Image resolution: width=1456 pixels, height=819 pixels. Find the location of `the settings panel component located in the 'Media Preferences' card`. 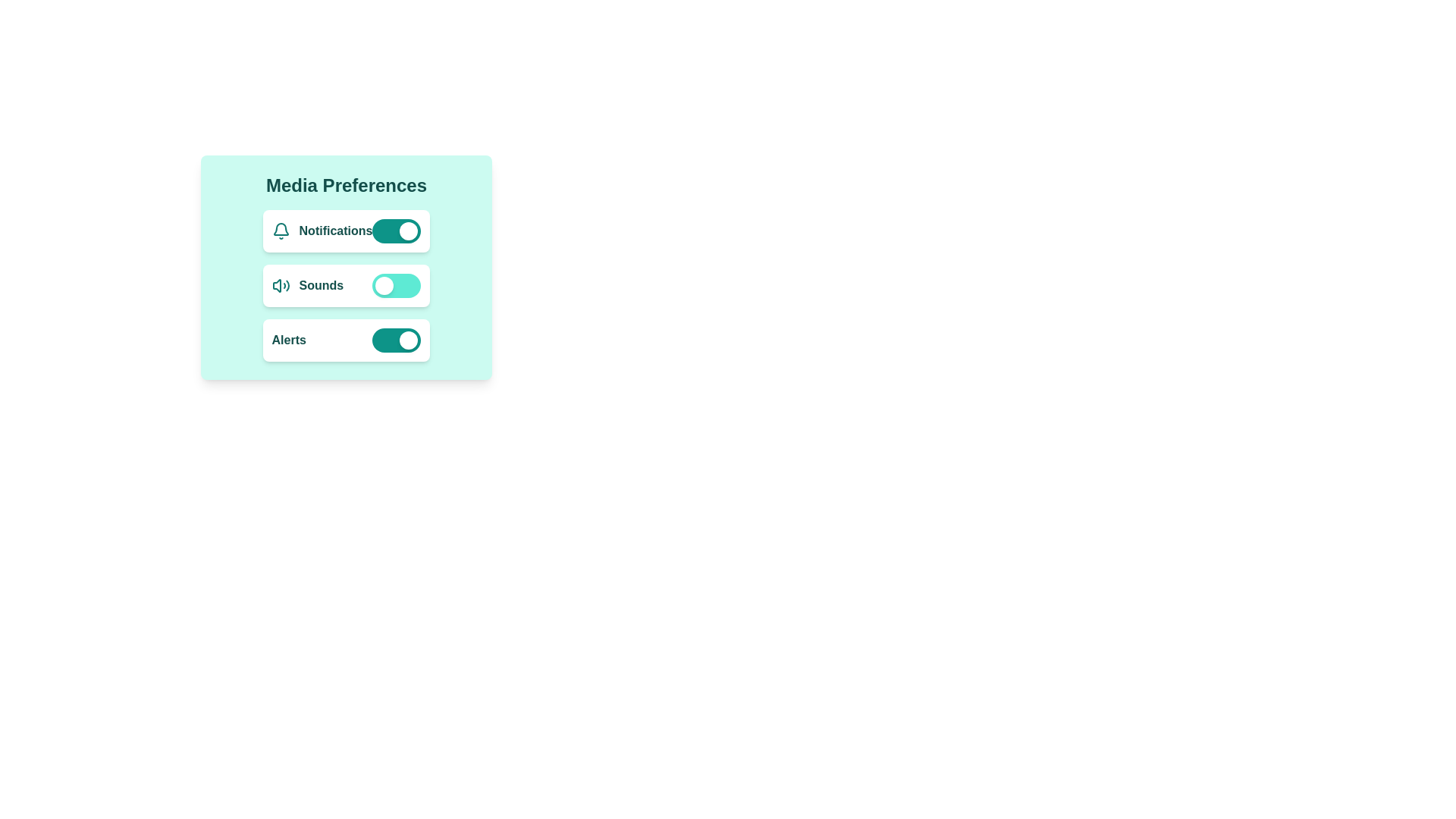

the settings panel component located in the 'Media Preferences' card is located at coordinates (345, 286).